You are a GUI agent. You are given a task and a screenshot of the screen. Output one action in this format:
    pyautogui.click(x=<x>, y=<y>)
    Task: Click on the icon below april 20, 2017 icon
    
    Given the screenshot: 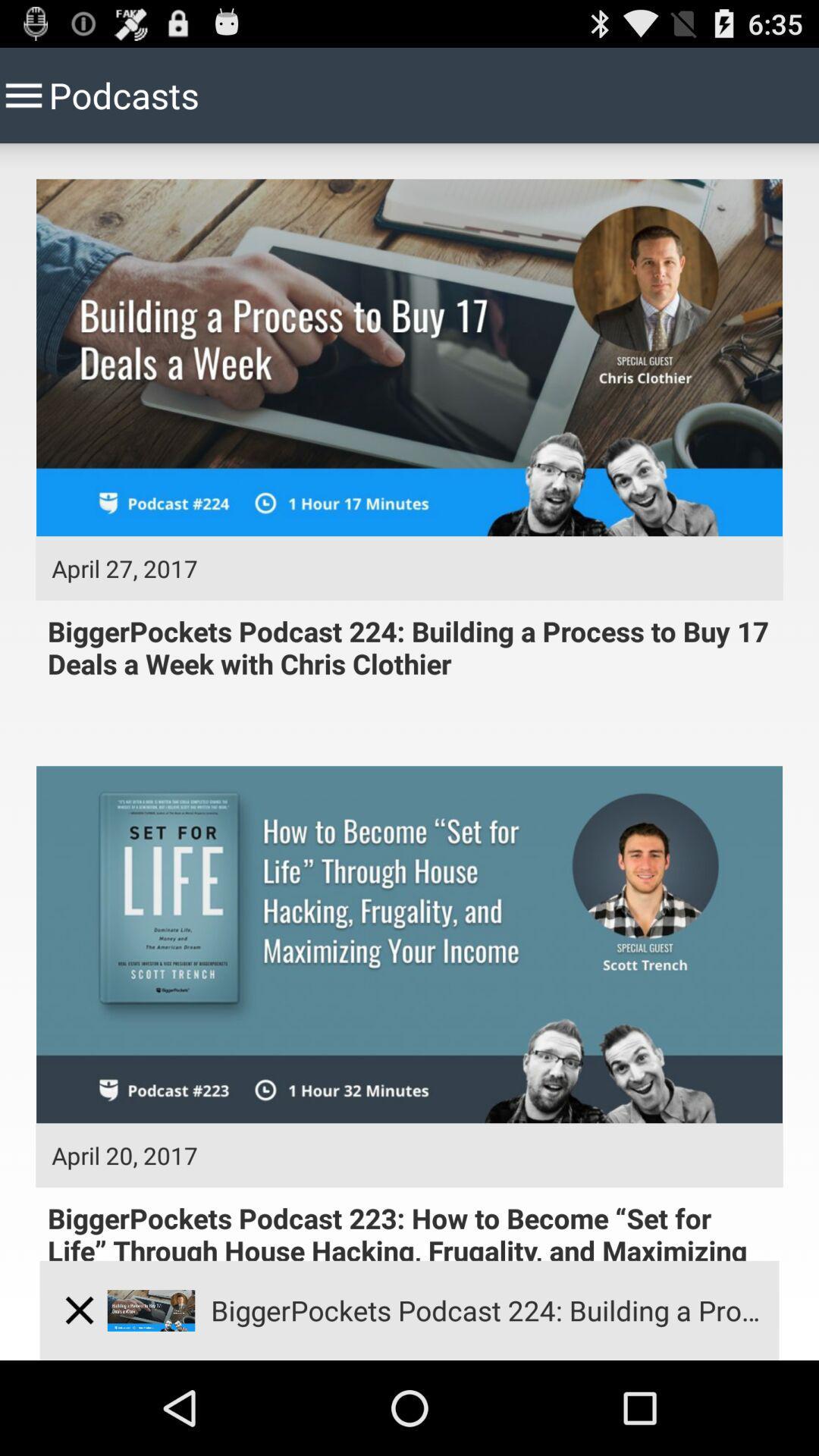 What is the action you would take?
    pyautogui.click(x=79, y=1310)
    